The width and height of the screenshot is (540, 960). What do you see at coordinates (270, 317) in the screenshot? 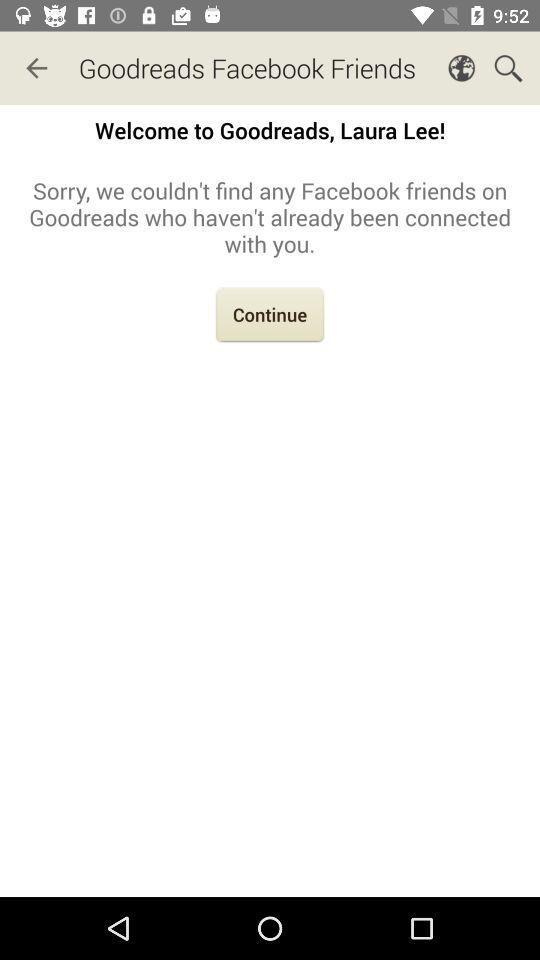
I see `continue item` at bounding box center [270, 317].